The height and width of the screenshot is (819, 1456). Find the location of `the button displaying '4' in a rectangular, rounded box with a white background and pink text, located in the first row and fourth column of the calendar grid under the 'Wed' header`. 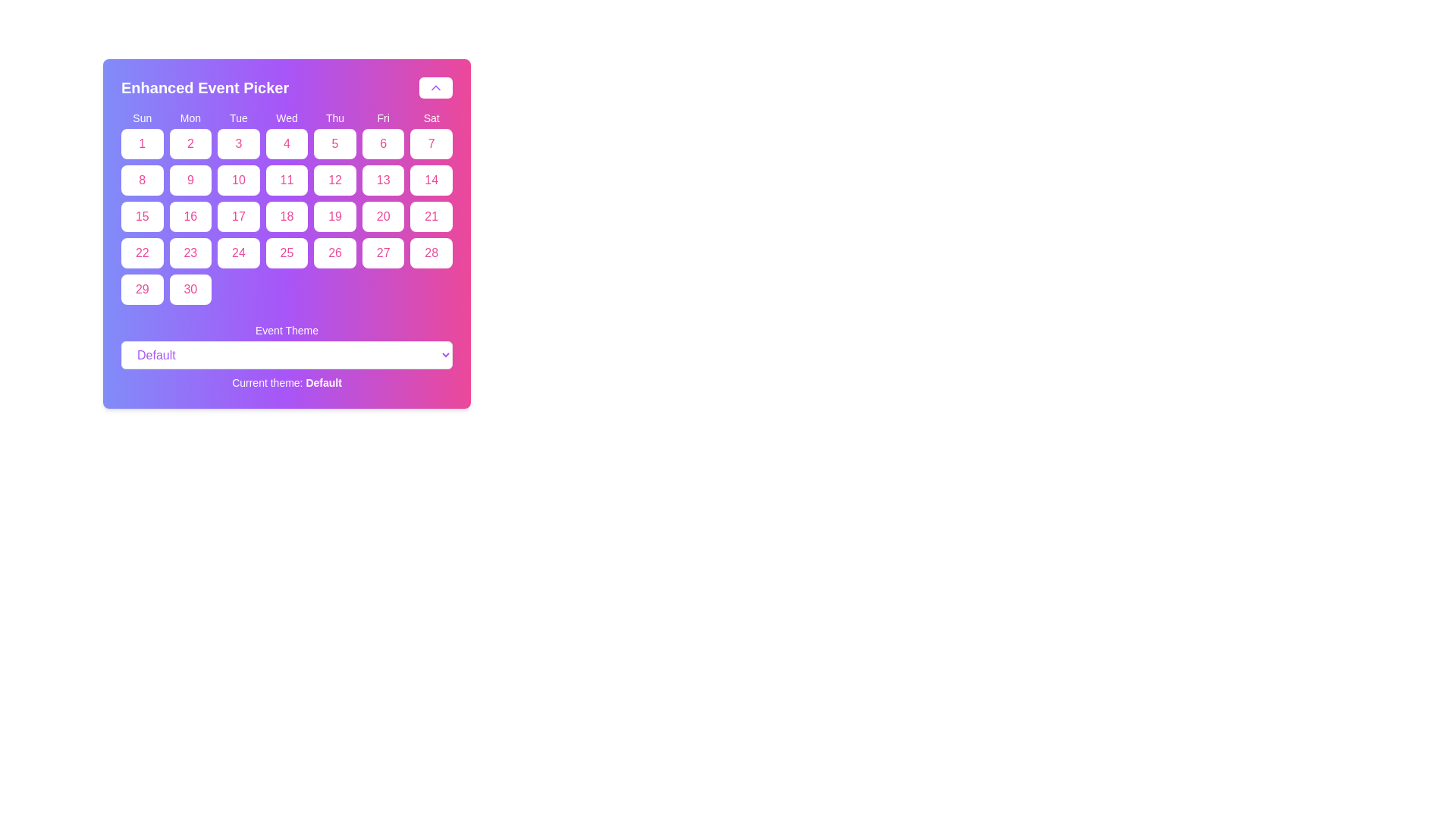

the button displaying '4' in a rectangular, rounded box with a white background and pink text, located in the first row and fourth column of the calendar grid under the 'Wed' header is located at coordinates (287, 143).